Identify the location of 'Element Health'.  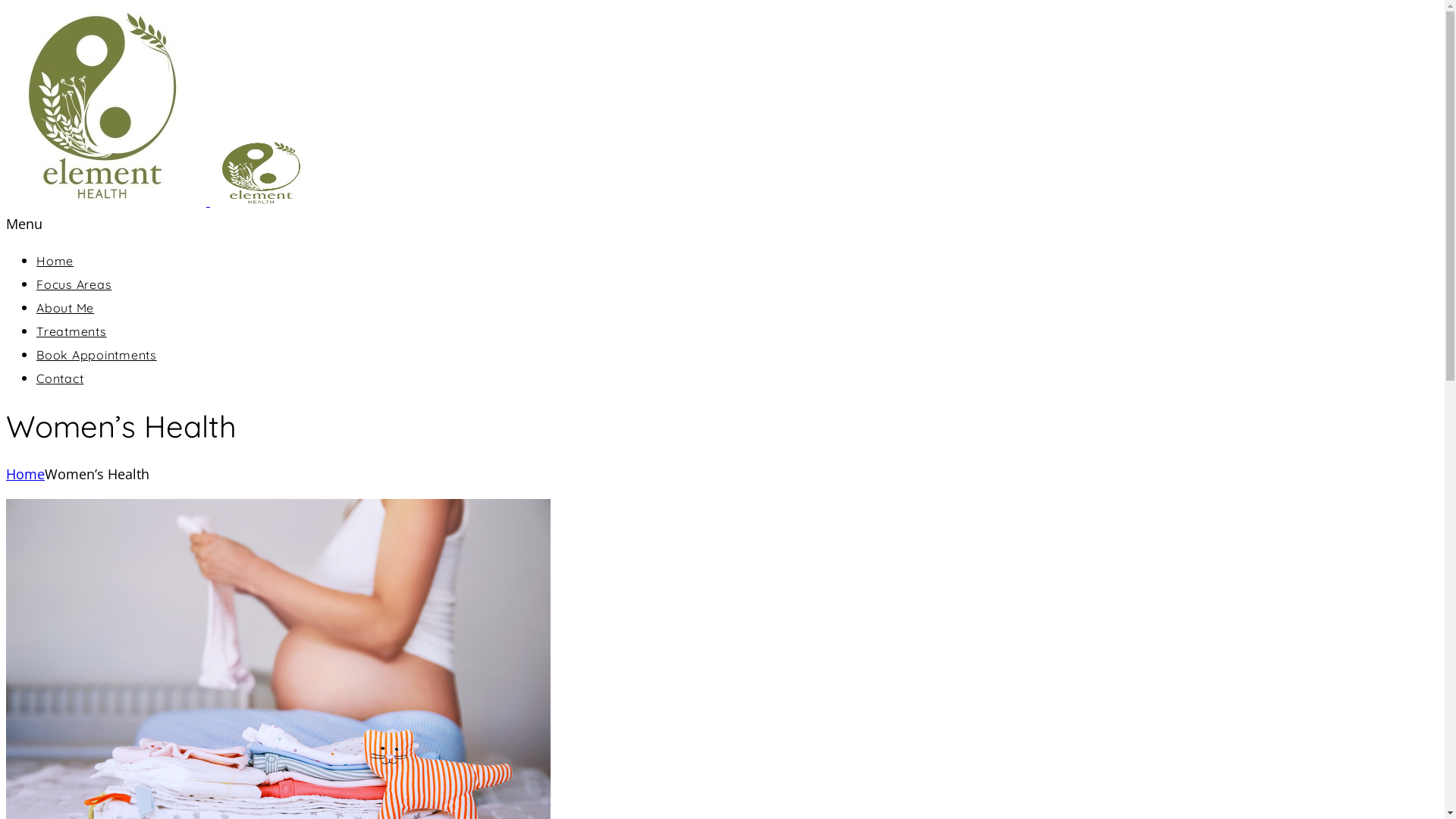
(105, 105).